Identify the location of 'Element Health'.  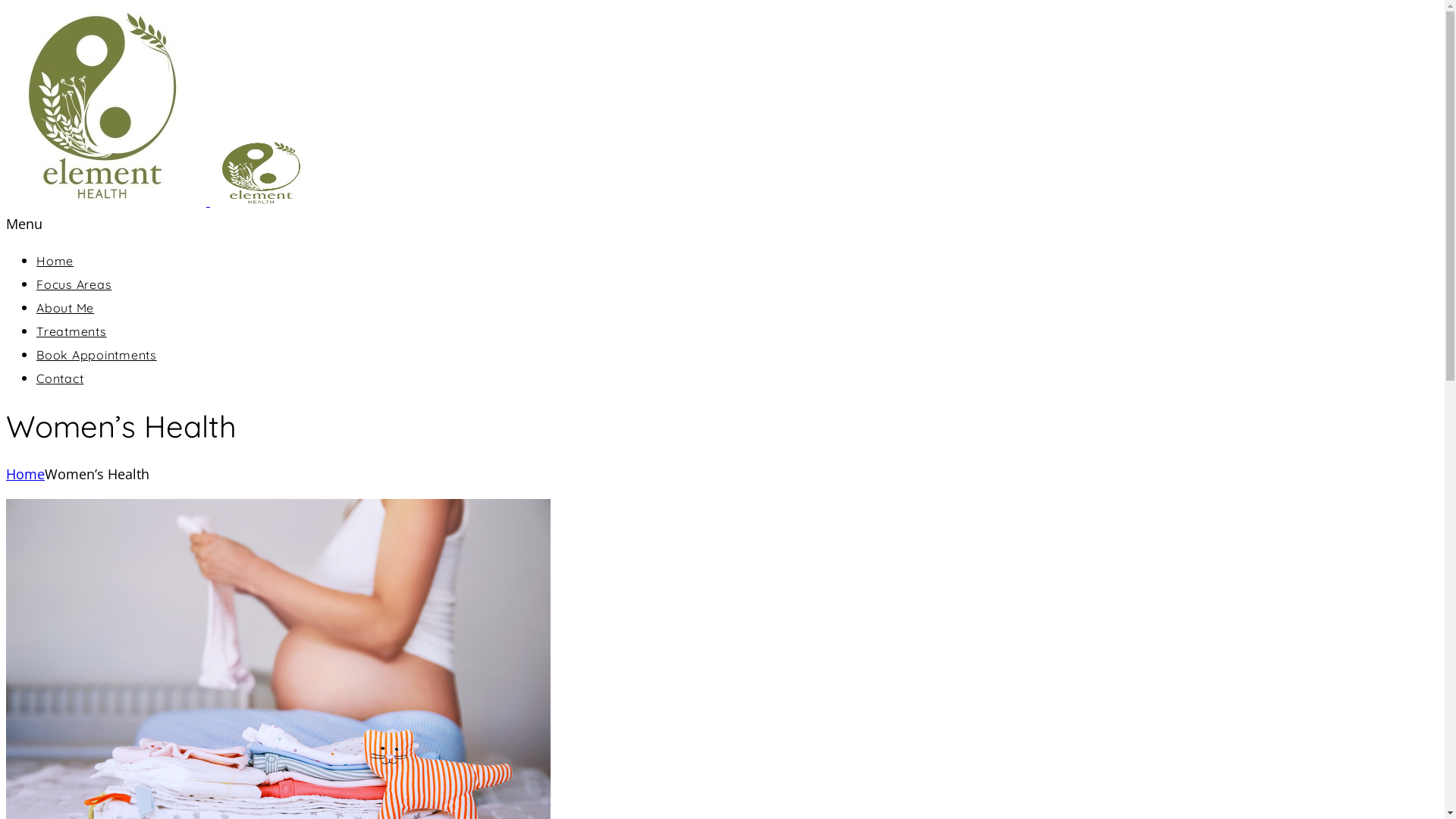
(105, 105).